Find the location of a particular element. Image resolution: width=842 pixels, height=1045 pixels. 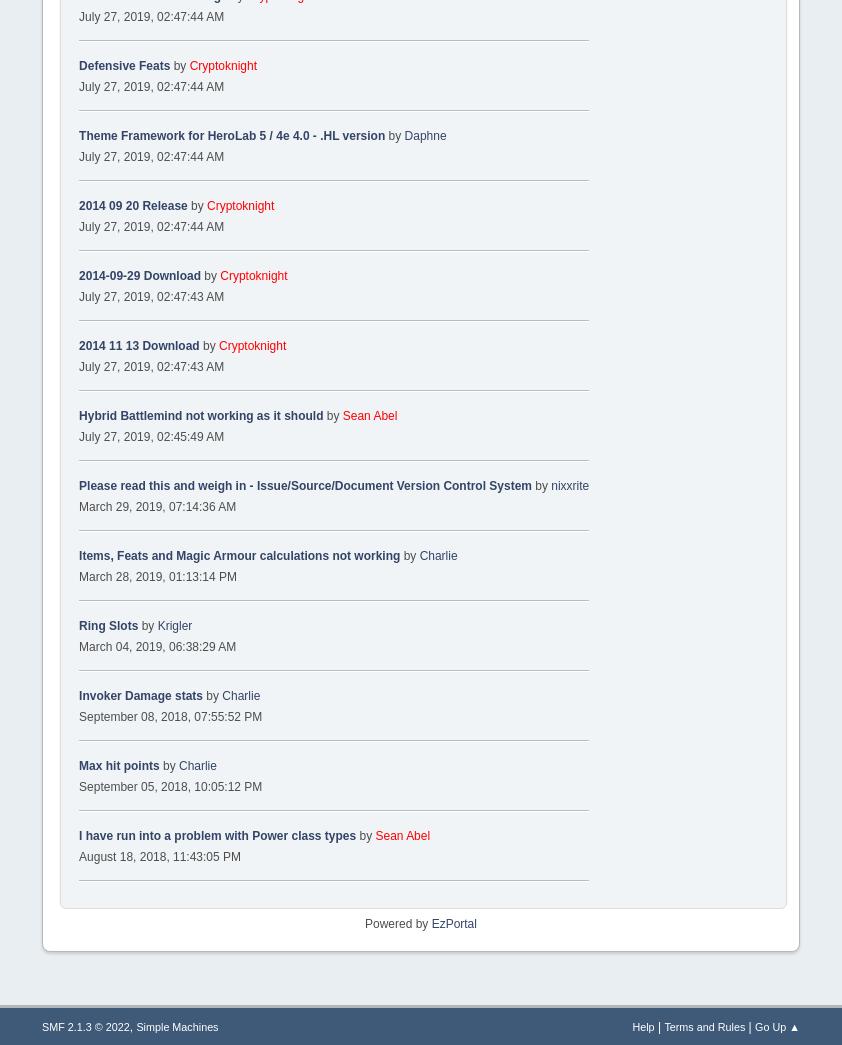

'I have run into a problem with Power class types' is located at coordinates (217, 833).